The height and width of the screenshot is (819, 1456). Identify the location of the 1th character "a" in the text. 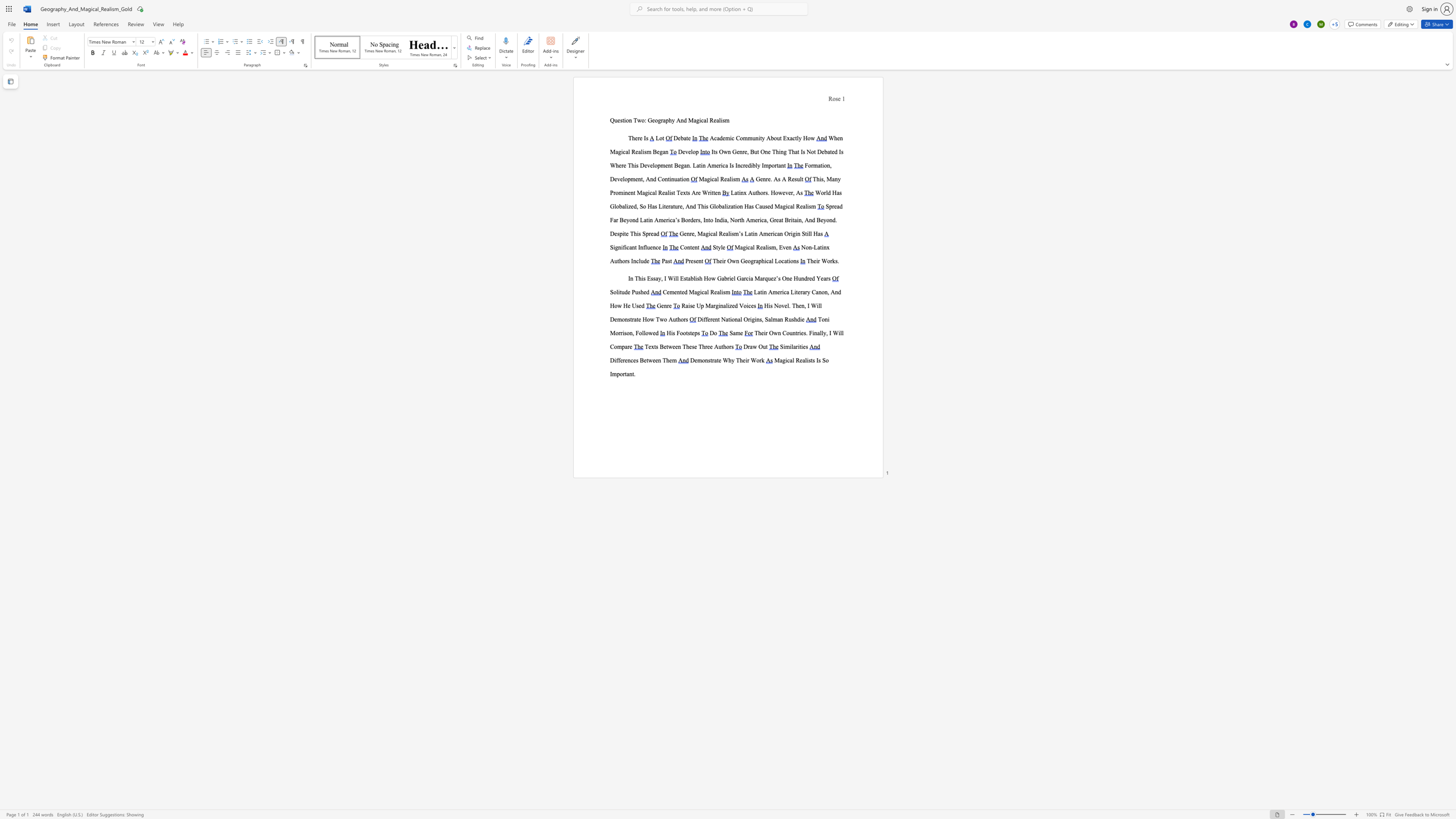
(717, 138).